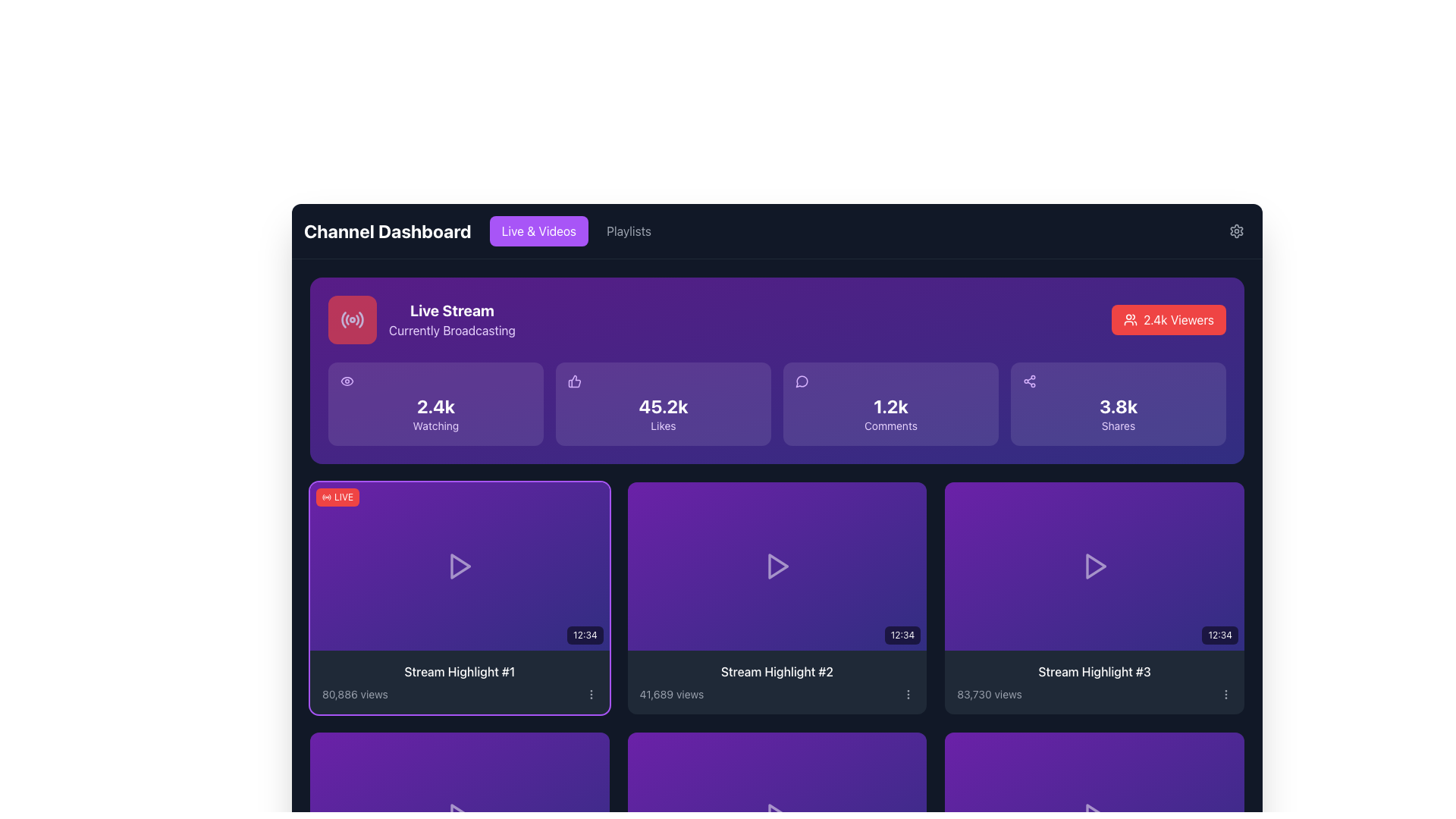 The height and width of the screenshot is (819, 1456). Describe the element at coordinates (574, 380) in the screenshot. I see `the thumbs-up icon, which is a purple outline style located next to the '45.2k Likes' text within the Likes card on the dashboard interface` at that location.